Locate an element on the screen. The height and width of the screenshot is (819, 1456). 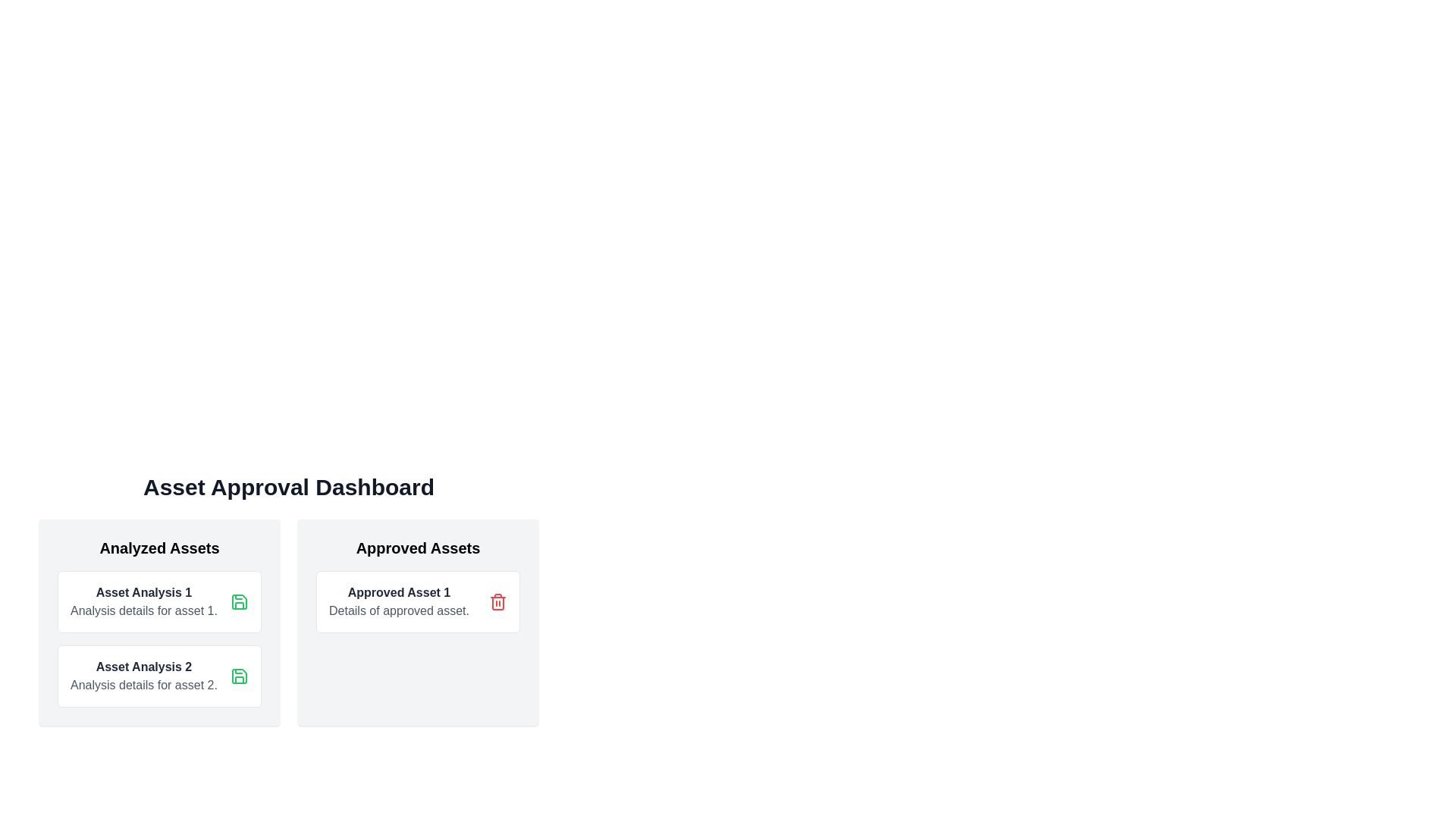
the Label/Text Header for 'Asset Analysis 2' located in the 'Analyzed Assets' section of the 'Asset Approval Dashboard.' is located at coordinates (143, 666).